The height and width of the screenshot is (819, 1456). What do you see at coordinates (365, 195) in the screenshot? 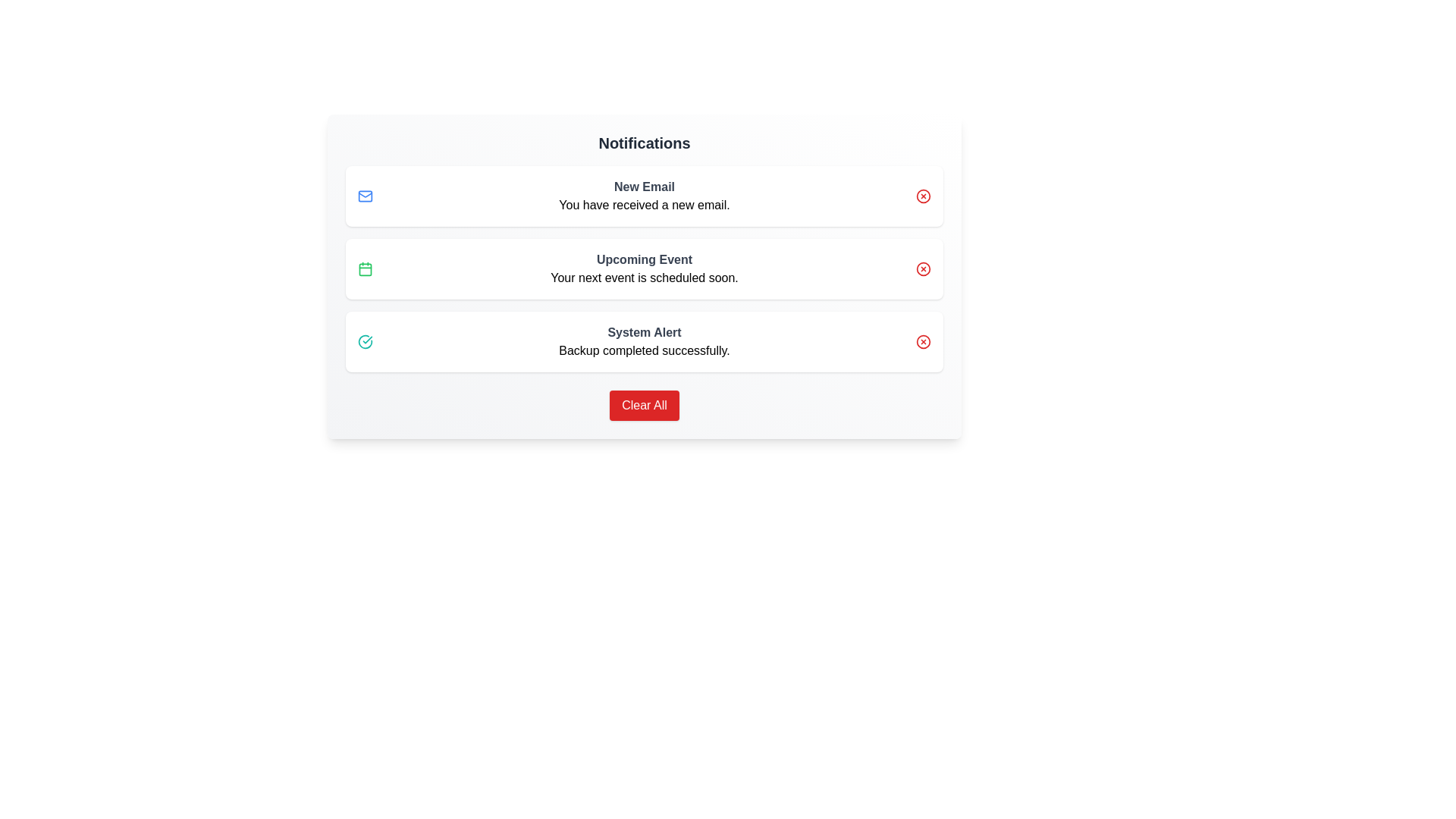
I see `the envelope icon that is part of the notification list adjacent to the 'New Email' text` at bounding box center [365, 195].